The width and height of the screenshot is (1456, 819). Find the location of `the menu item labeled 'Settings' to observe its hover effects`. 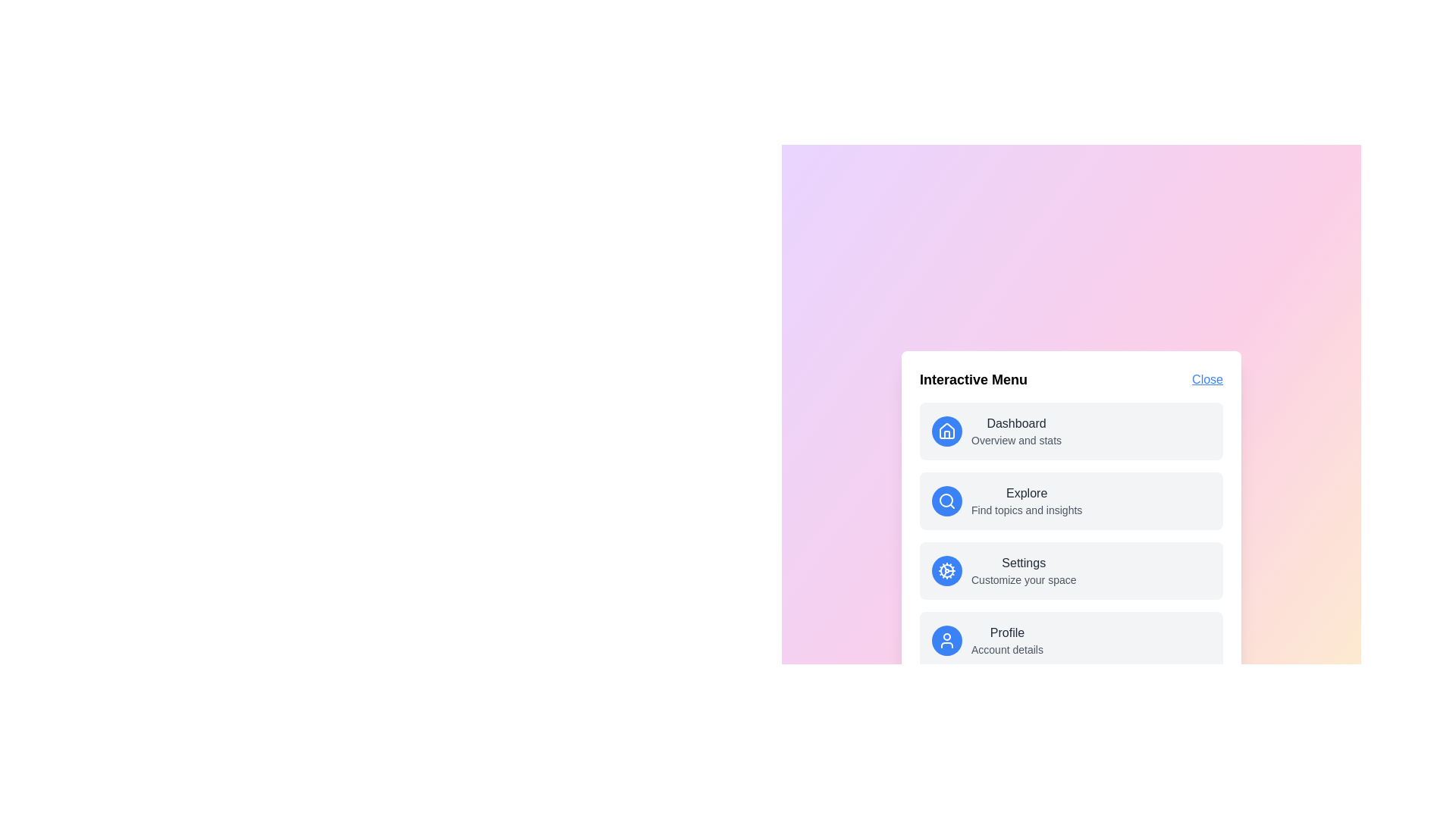

the menu item labeled 'Settings' to observe its hover effects is located at coordinates (1070, 570).